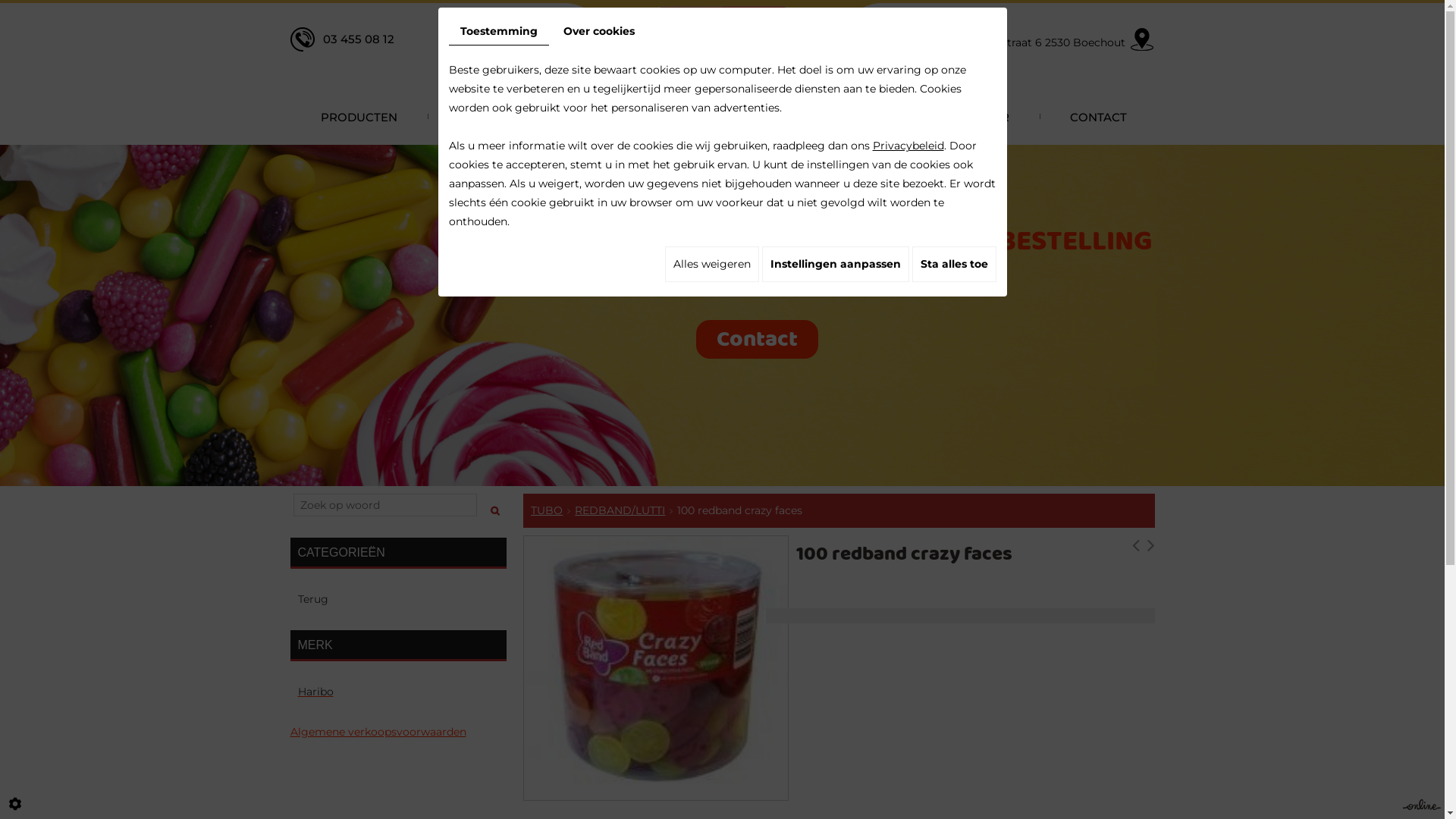  Describe the element at coordinates (397, 692) in the screenshot. I see `'Haribo'` at that location.